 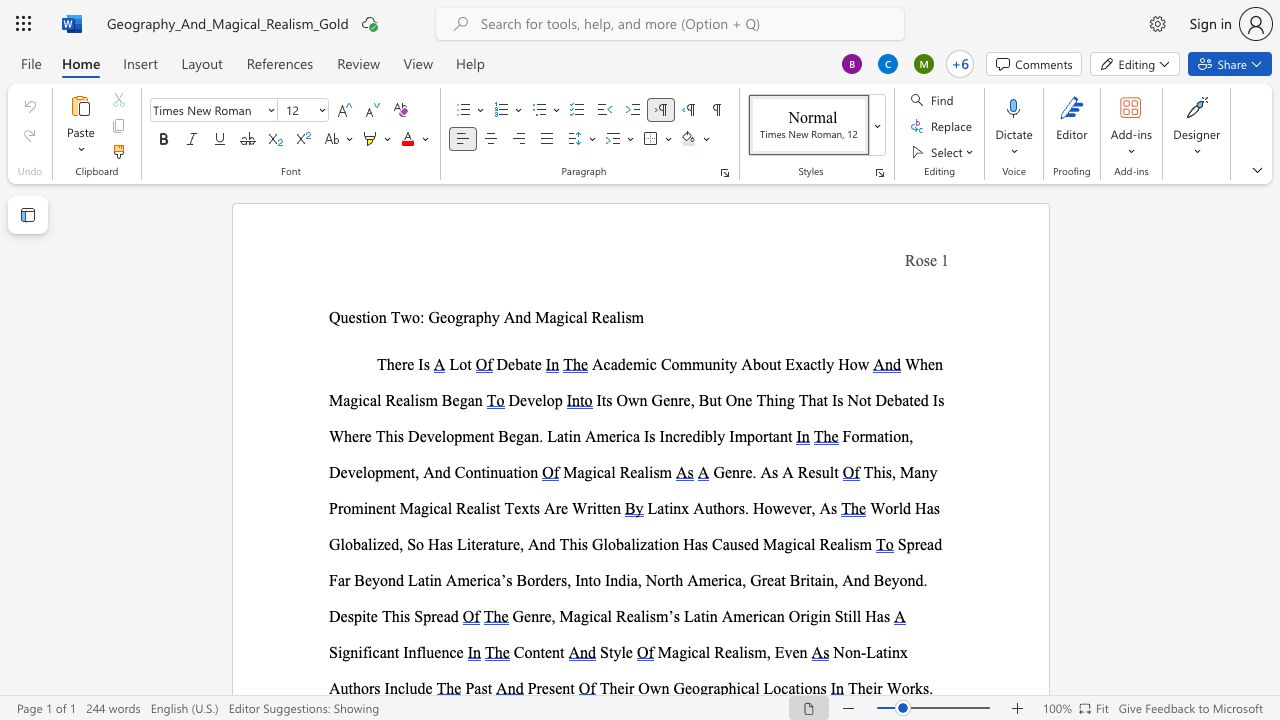 What do you see at coordinates (698, 652) in the screenshot?
I see `the space between the continuous character "c" and "a" in the text` at bounding box center [698, 652].